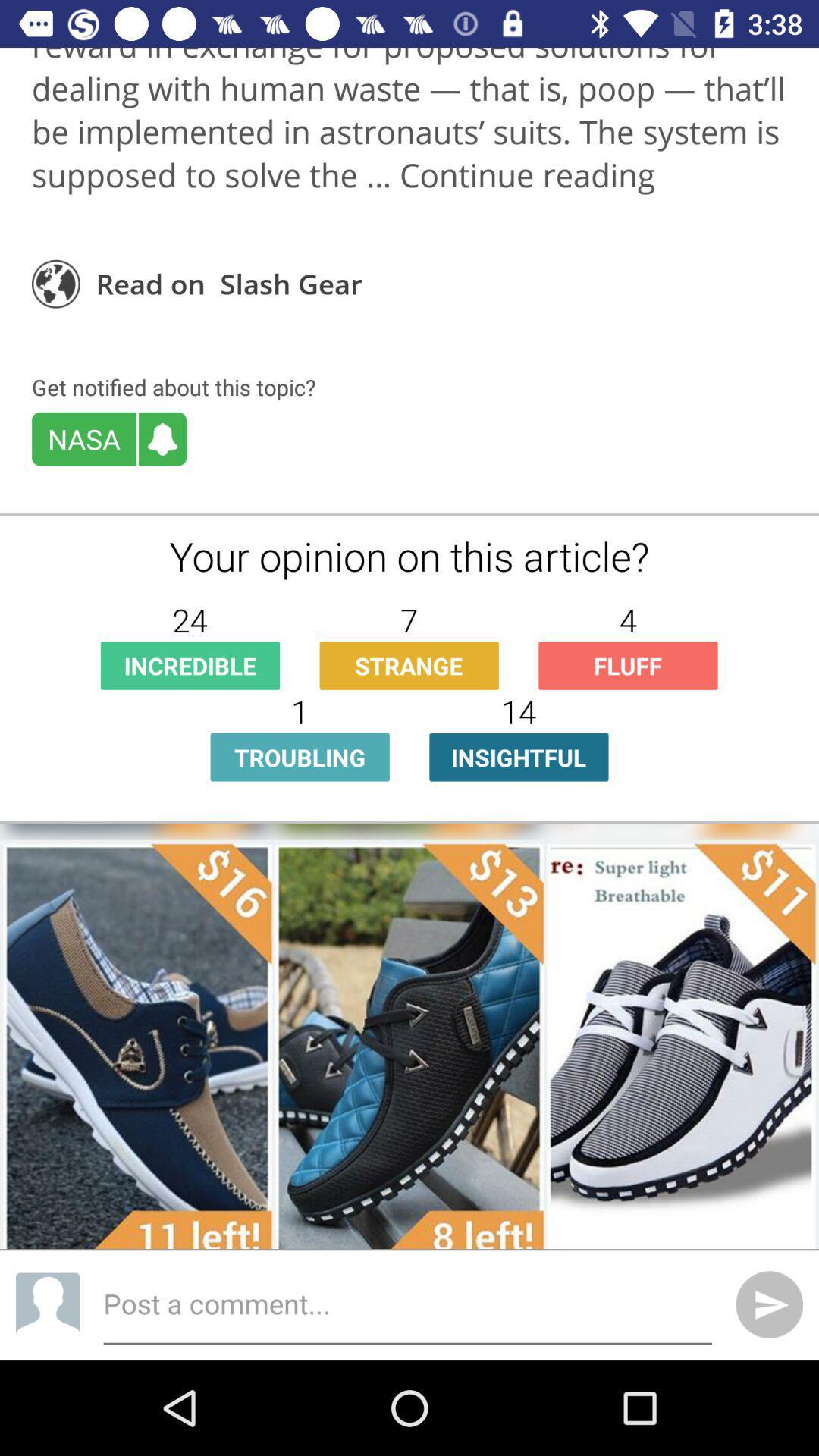 The image size is (819, 1456). What do you see at coordinates (769, 1304) in the screenshot?
I see `the send icon` at bounding box center [769, 1304].